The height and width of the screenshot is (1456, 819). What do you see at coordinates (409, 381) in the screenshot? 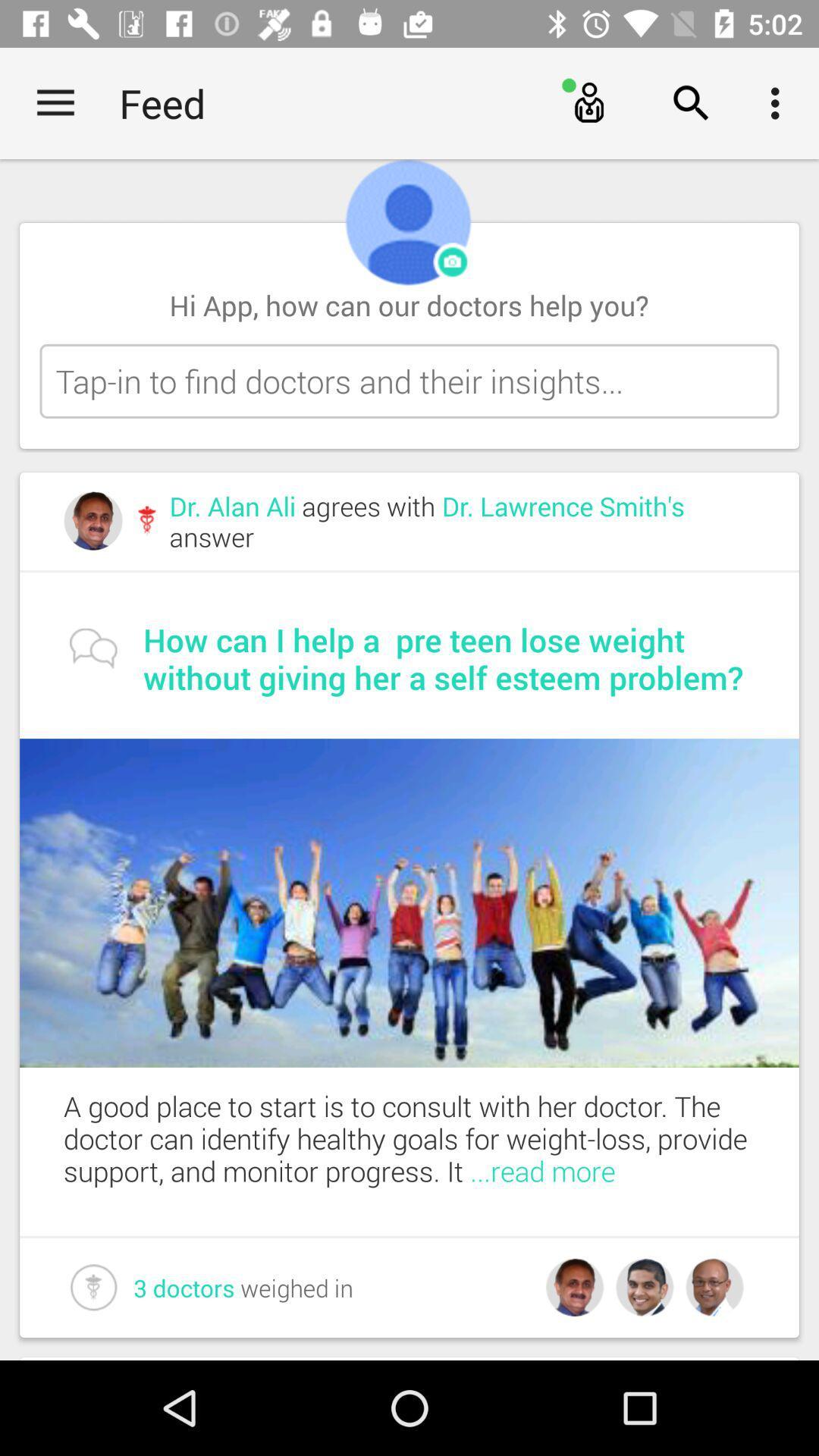
I see `item above the dr alan ali item` at bounding box center [409, 381].